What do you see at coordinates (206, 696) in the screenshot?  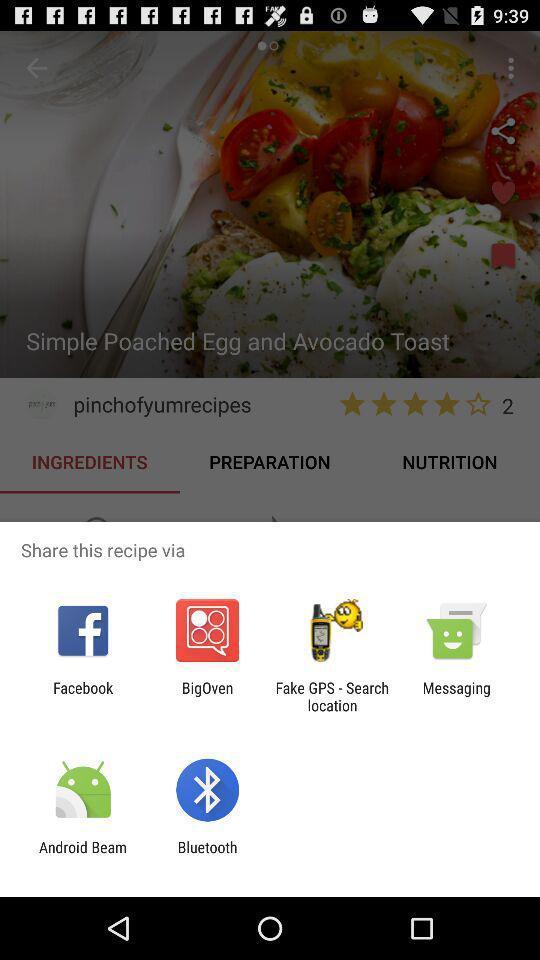 I see `bigoven` at bounding box center [206, 696].